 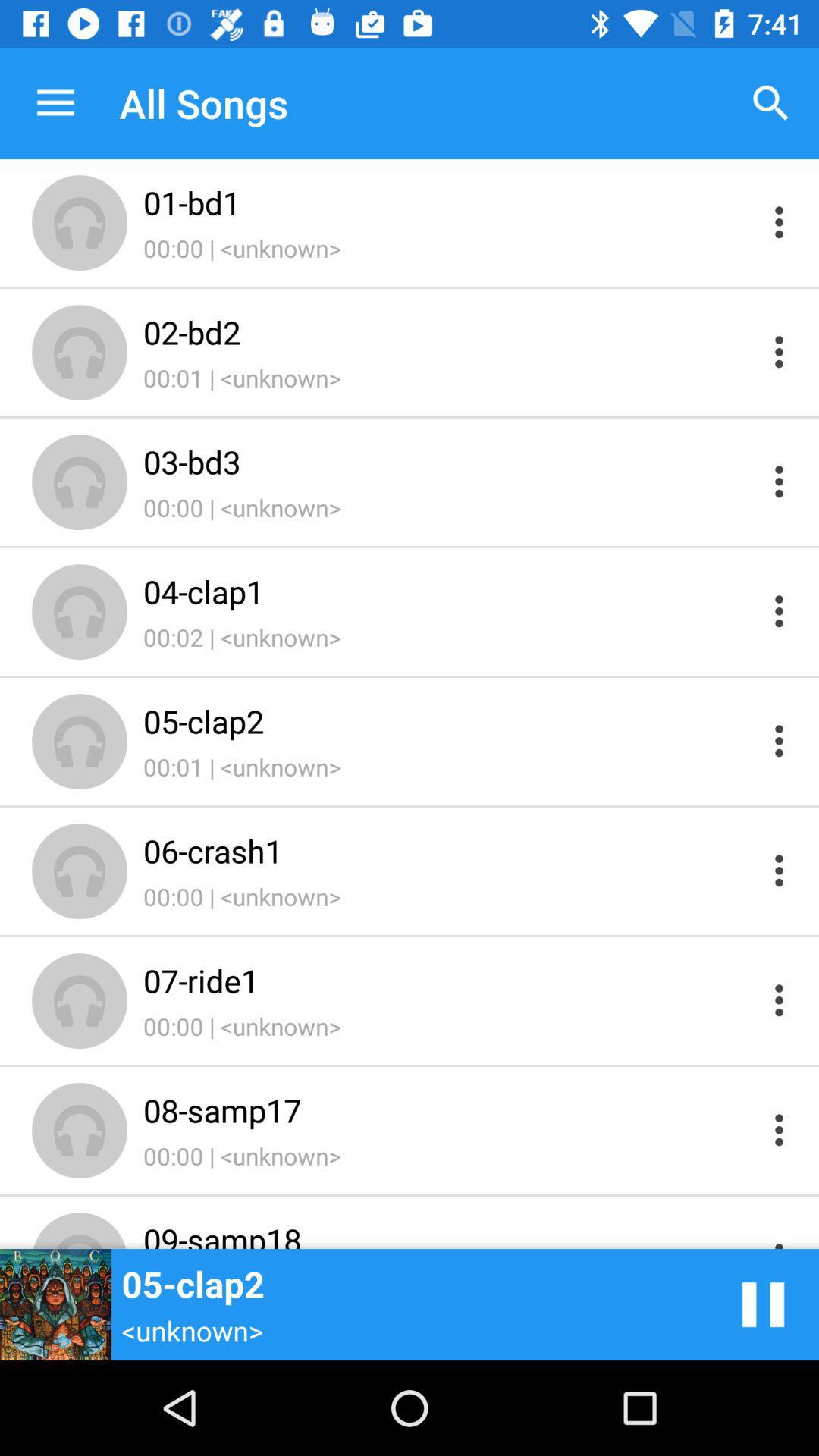 I want to click on open menu, so click(x=779, y=741).